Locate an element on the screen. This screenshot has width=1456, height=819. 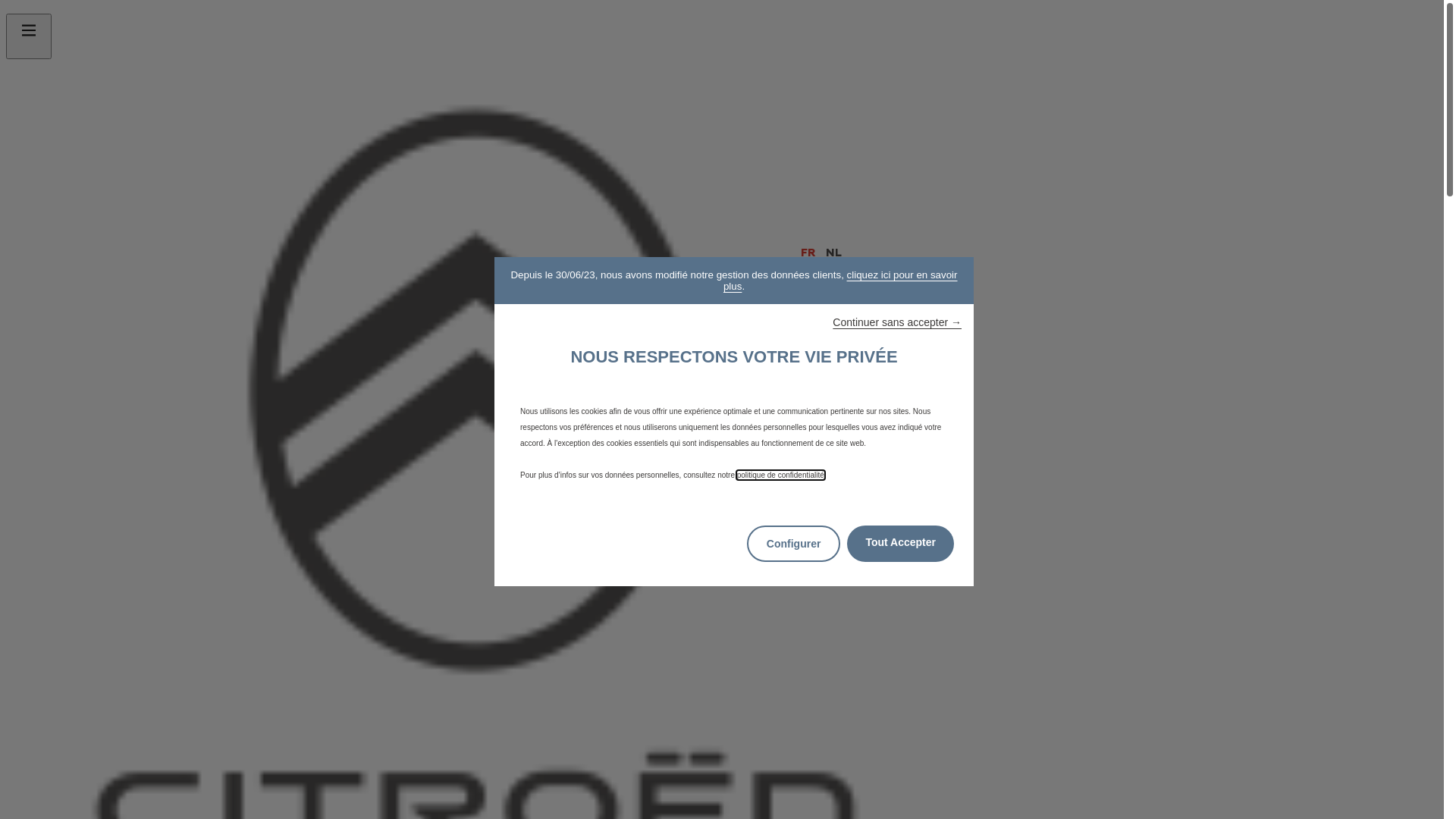
'NL' is located at coordinates (833, 251).